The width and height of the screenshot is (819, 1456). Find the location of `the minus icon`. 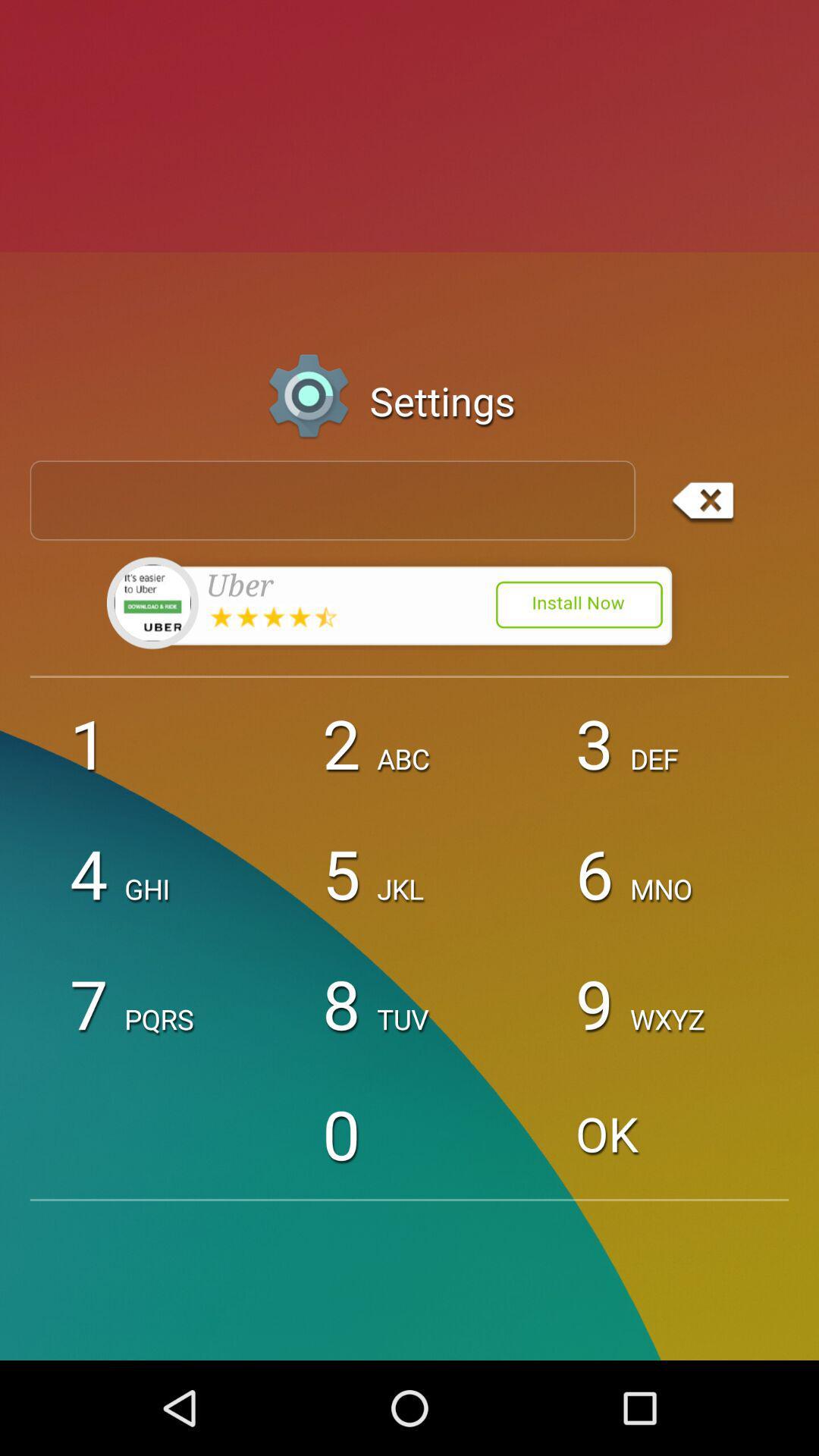

the minus icon is located at coordinates (711, 1279).